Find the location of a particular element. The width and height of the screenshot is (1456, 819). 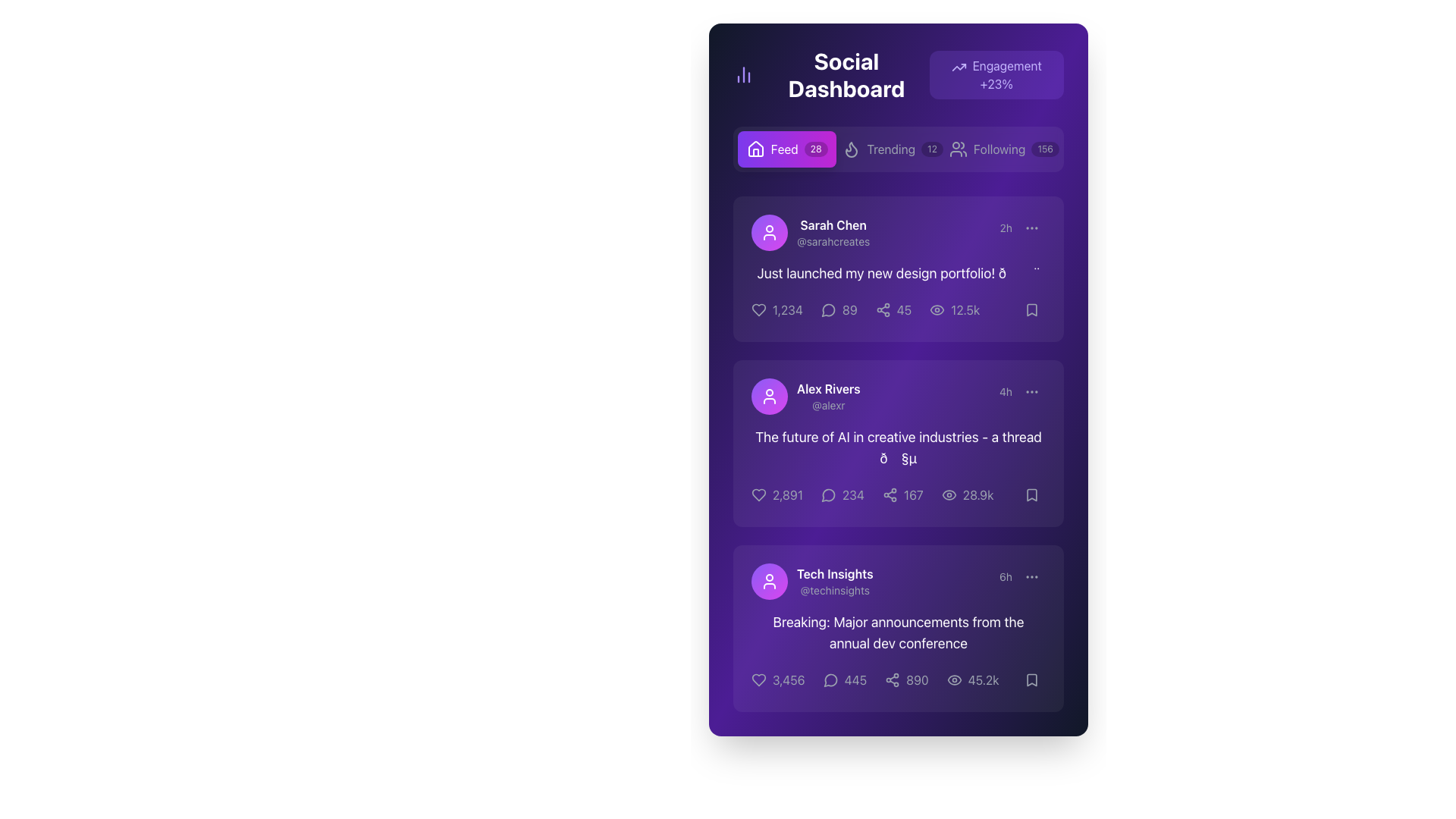

the text label displaying '4h' in gray font, which is located in the middle-right area of the card for the post authored by Alex Rivers is located at coordinates (1006, 391).